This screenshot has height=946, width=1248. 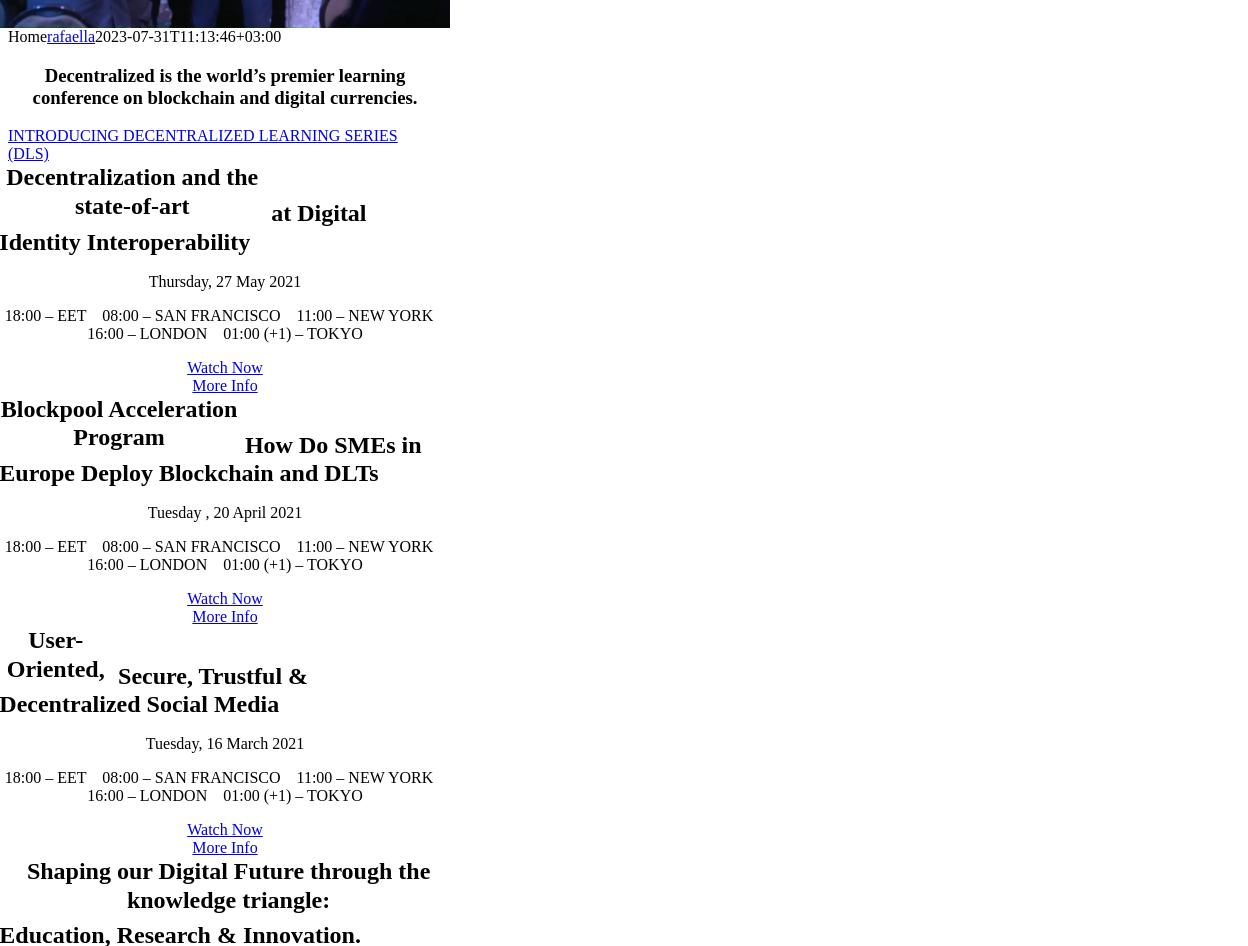 I want to click on 'at Digital Identity Interoperability', so click(x=203, y=327).